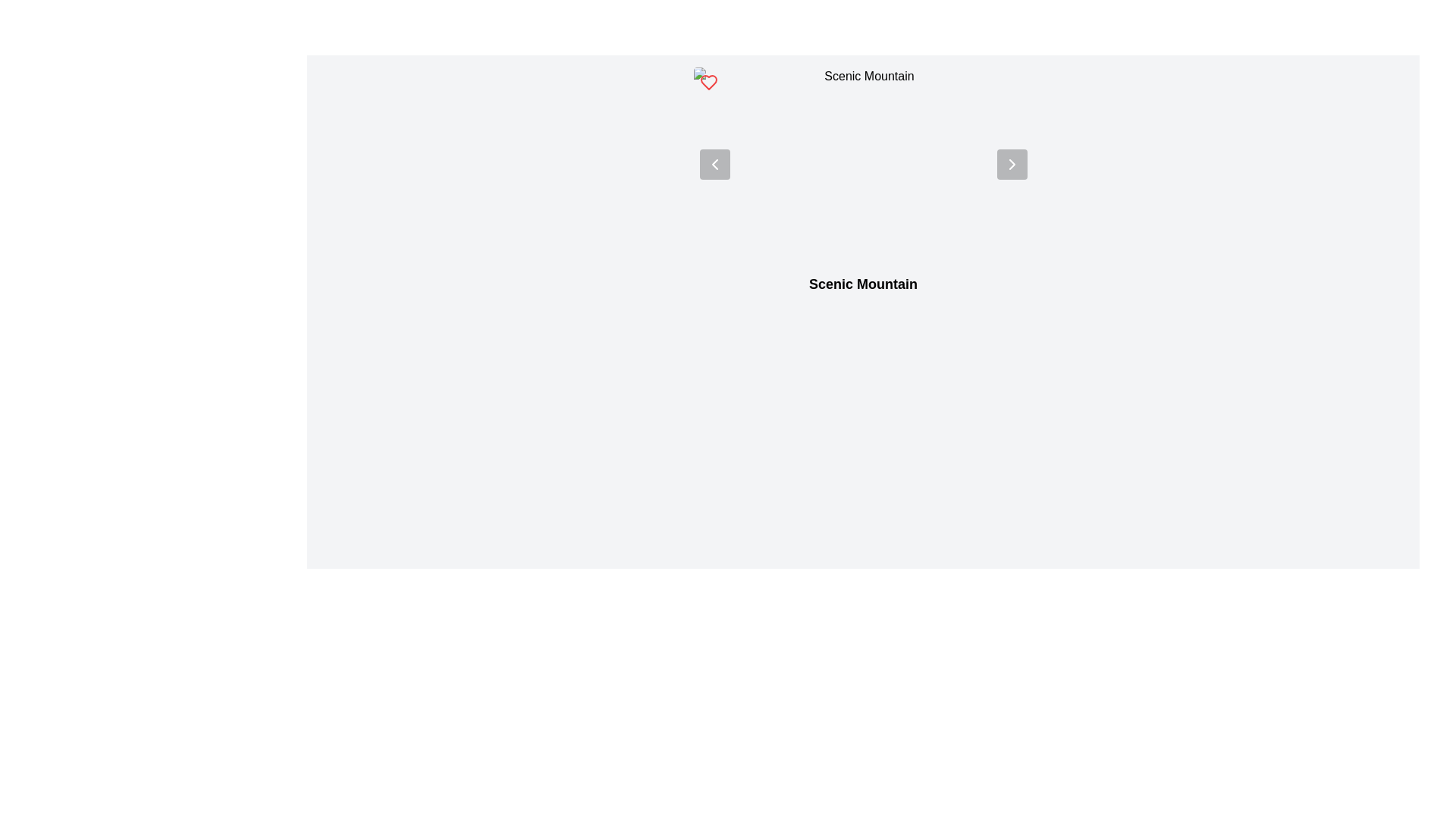 The width and height of the screenshot is (1456, 819). What do you see at coordinates (714, 164) in the screenshot?
I see `the leftward navigation button in the carousel` at bounding box center [714, 164].